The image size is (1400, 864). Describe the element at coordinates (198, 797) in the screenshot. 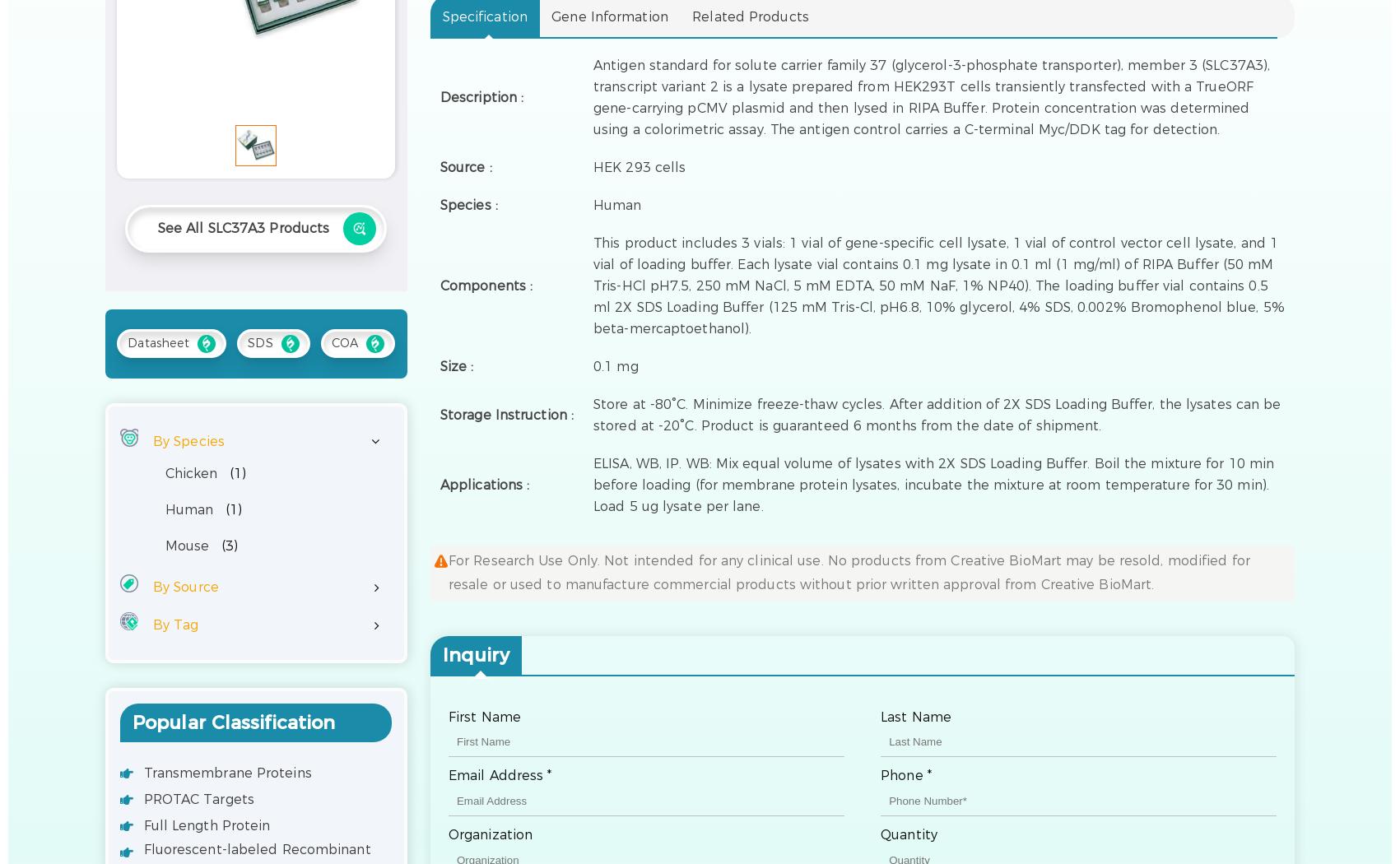

I see `'PROTAC Targets'` at that location.